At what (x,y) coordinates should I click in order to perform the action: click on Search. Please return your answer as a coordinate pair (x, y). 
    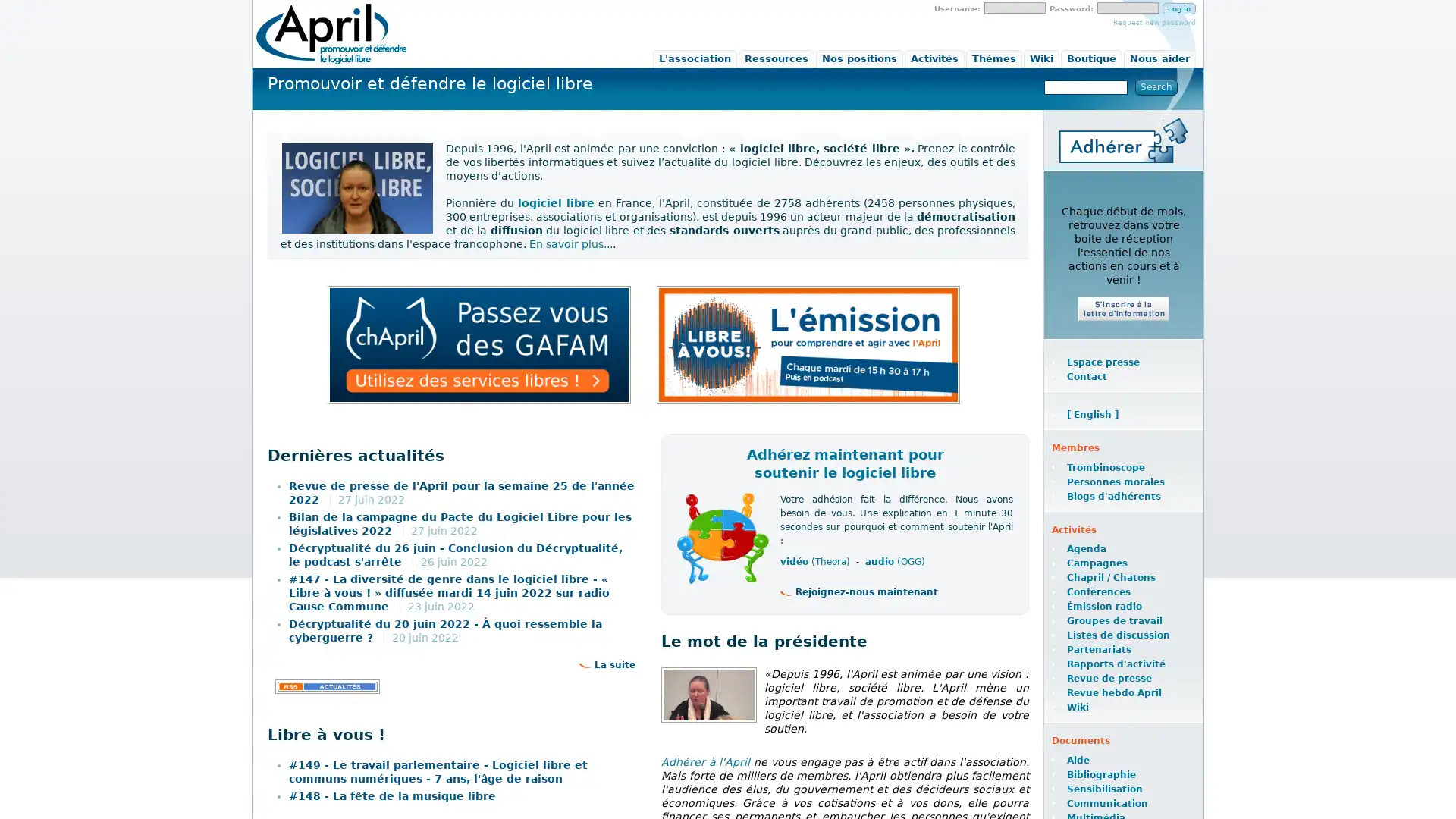
    Looking at the image, I should click on (1156, 87).